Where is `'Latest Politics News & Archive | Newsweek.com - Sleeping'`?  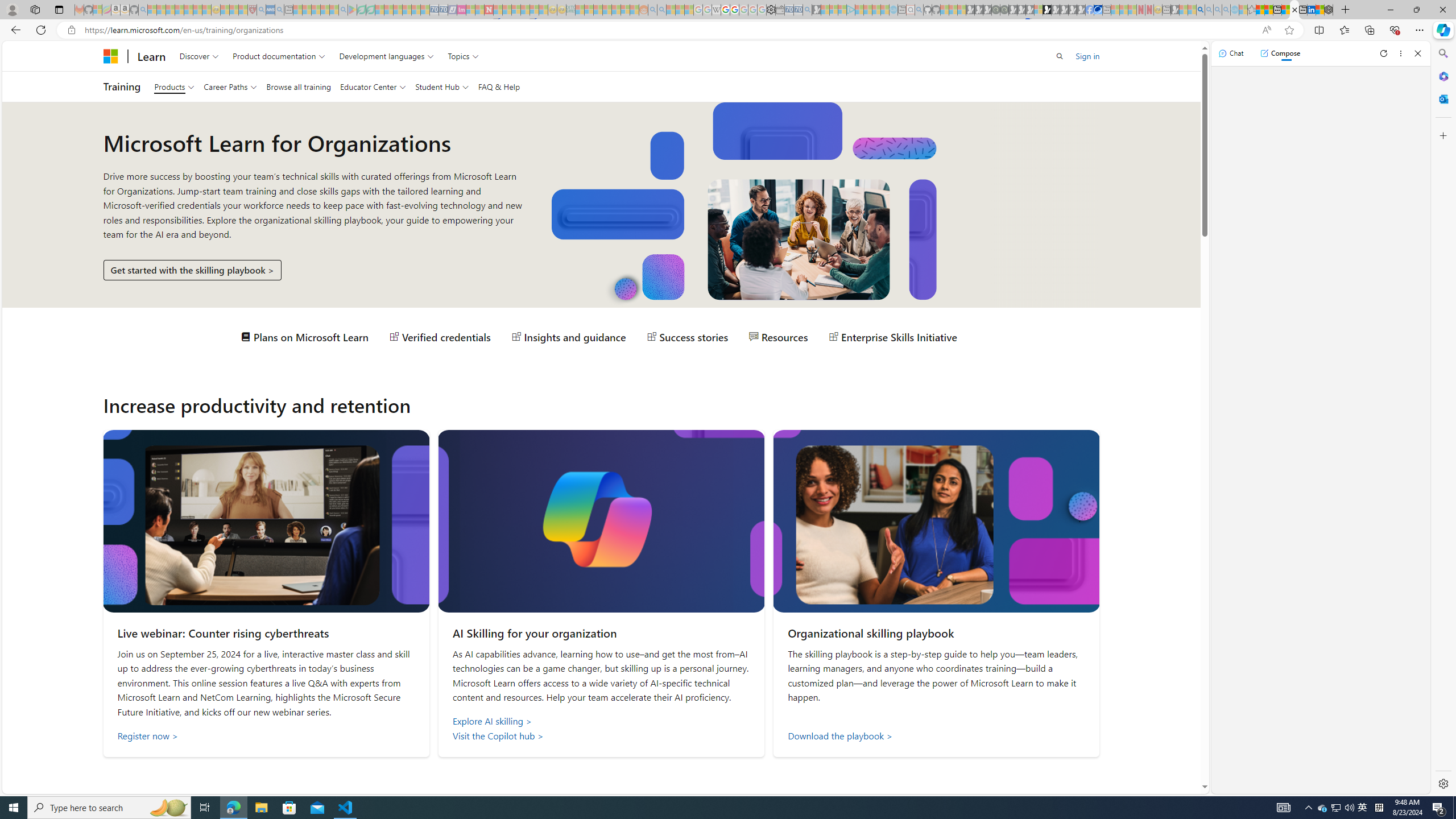
'Latest Politics News & Archive | Newsweek.com - Sleeping' is located at coordinates (487, 9).